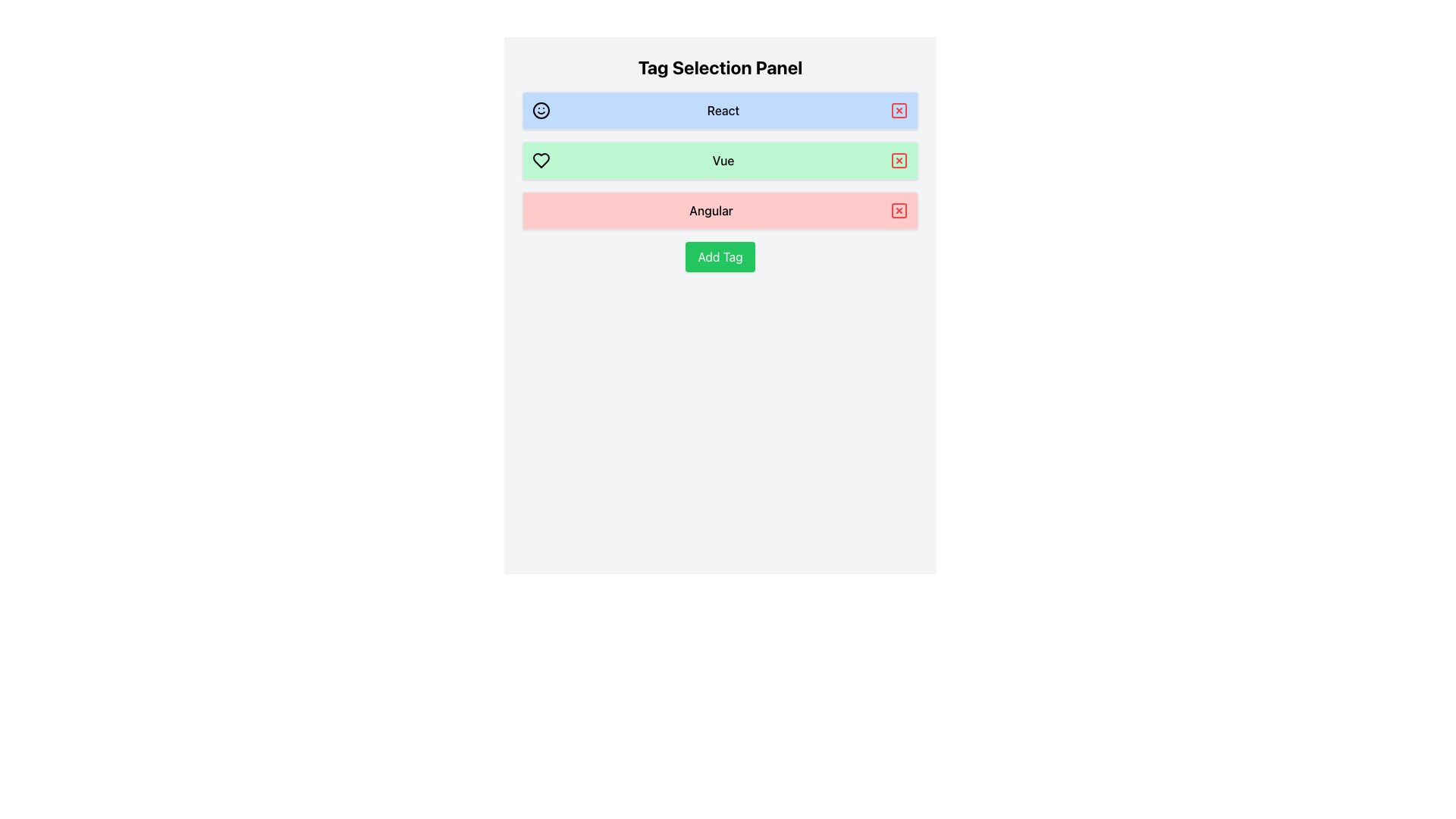 The height and width of the screenshot is (819, 1456). What do you see at coordinates (723, 110) in the screenshot?
I see `the 'React' text label in the tag selection interface, which is the first tag in the vertical list within the blue rectangular section of the Tag Selection Panel` at bounding box center [723, 110].